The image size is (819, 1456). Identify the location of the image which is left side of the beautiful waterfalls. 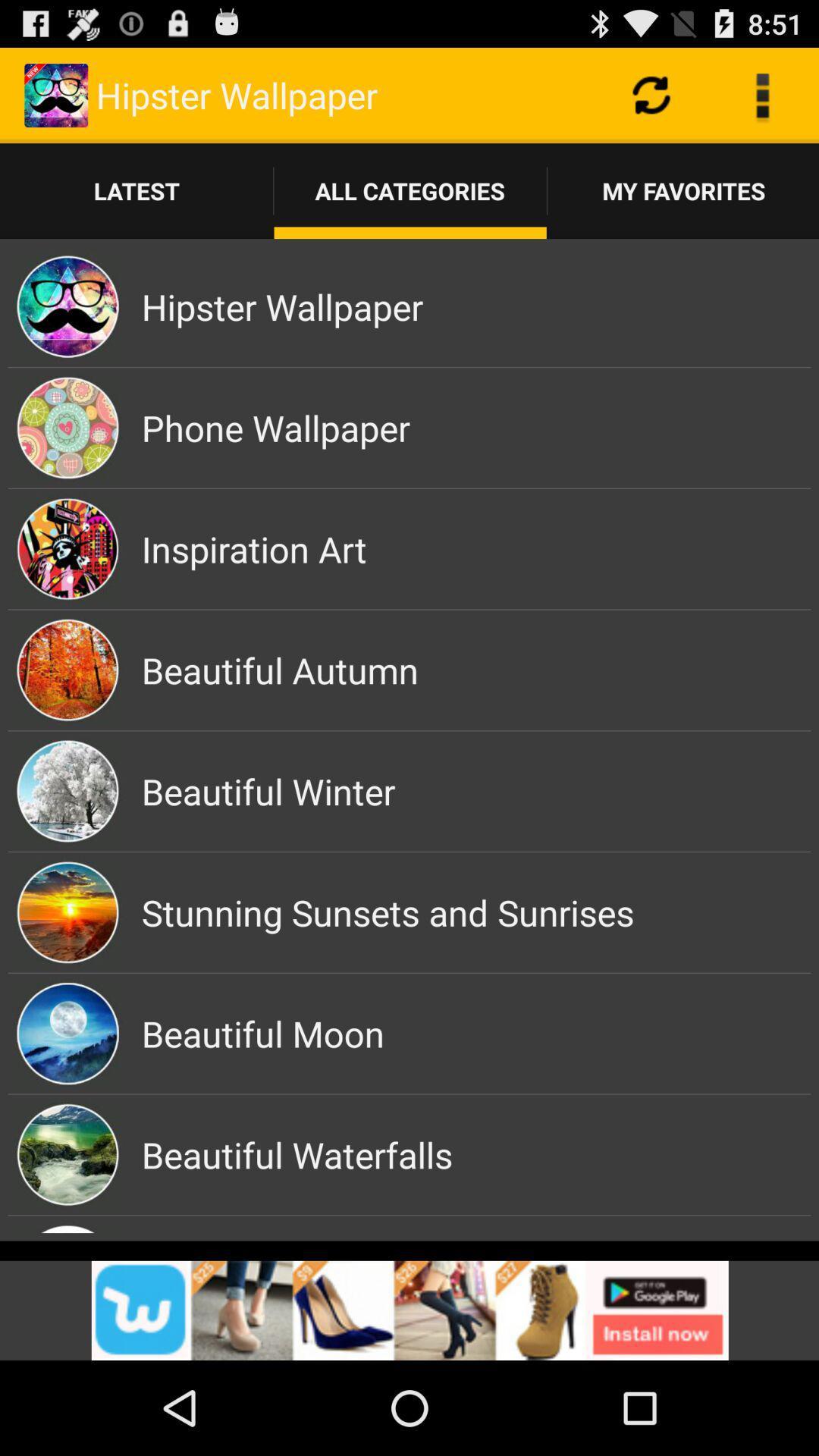
(67, 1153).